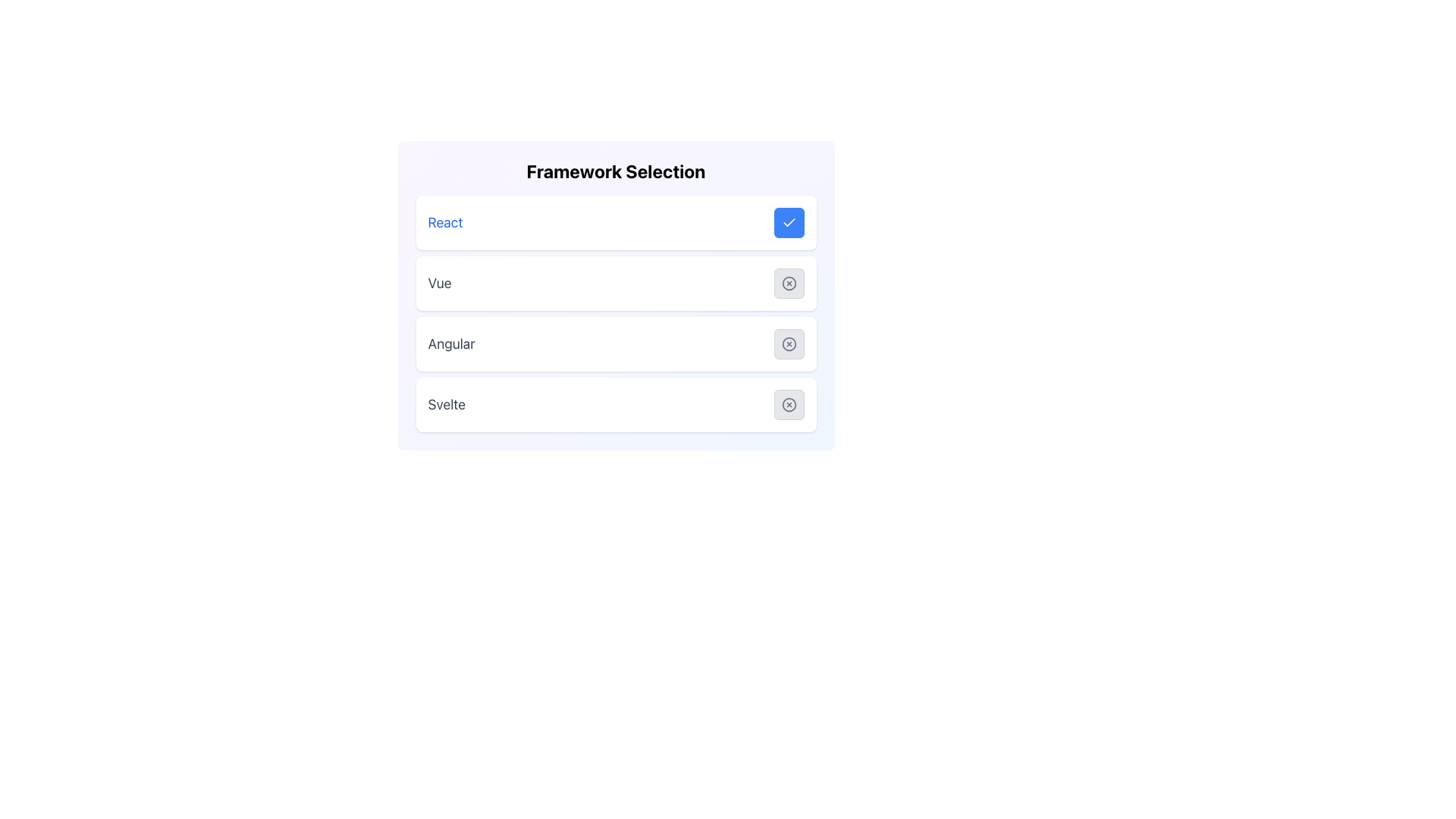 This screenshot has width=1456, height=819. Describe the element at coordinates (789, 403) in the screenshot. I see `the visual representation of the circular vector graphic element that serves as part of the 'clear' or 'close' symbol icon, located in the 'Svelte' row and adjacent to a stroked 'X' line` at that location.